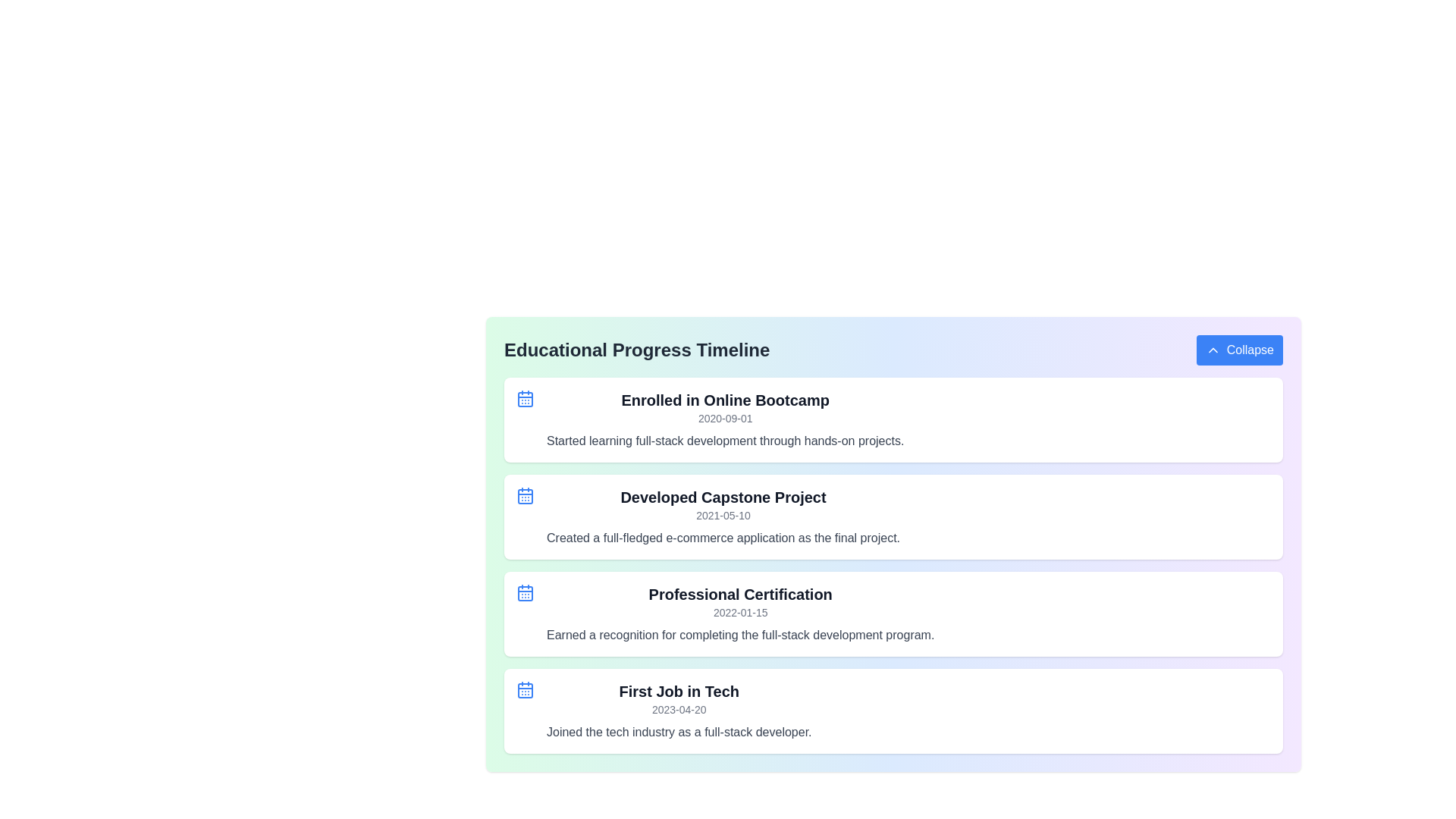 The height and width of the screenshot is (819, 1456). Describe the element at coordinates (723, 537) in the screenshot. I see `the text reading 'Created a full-fledged e-commerce application as the final project.' located beneath the date '2021-05-10' in the 'Developed Capstone Project' section of the 'Educational Progress Timeline.'` at that location.